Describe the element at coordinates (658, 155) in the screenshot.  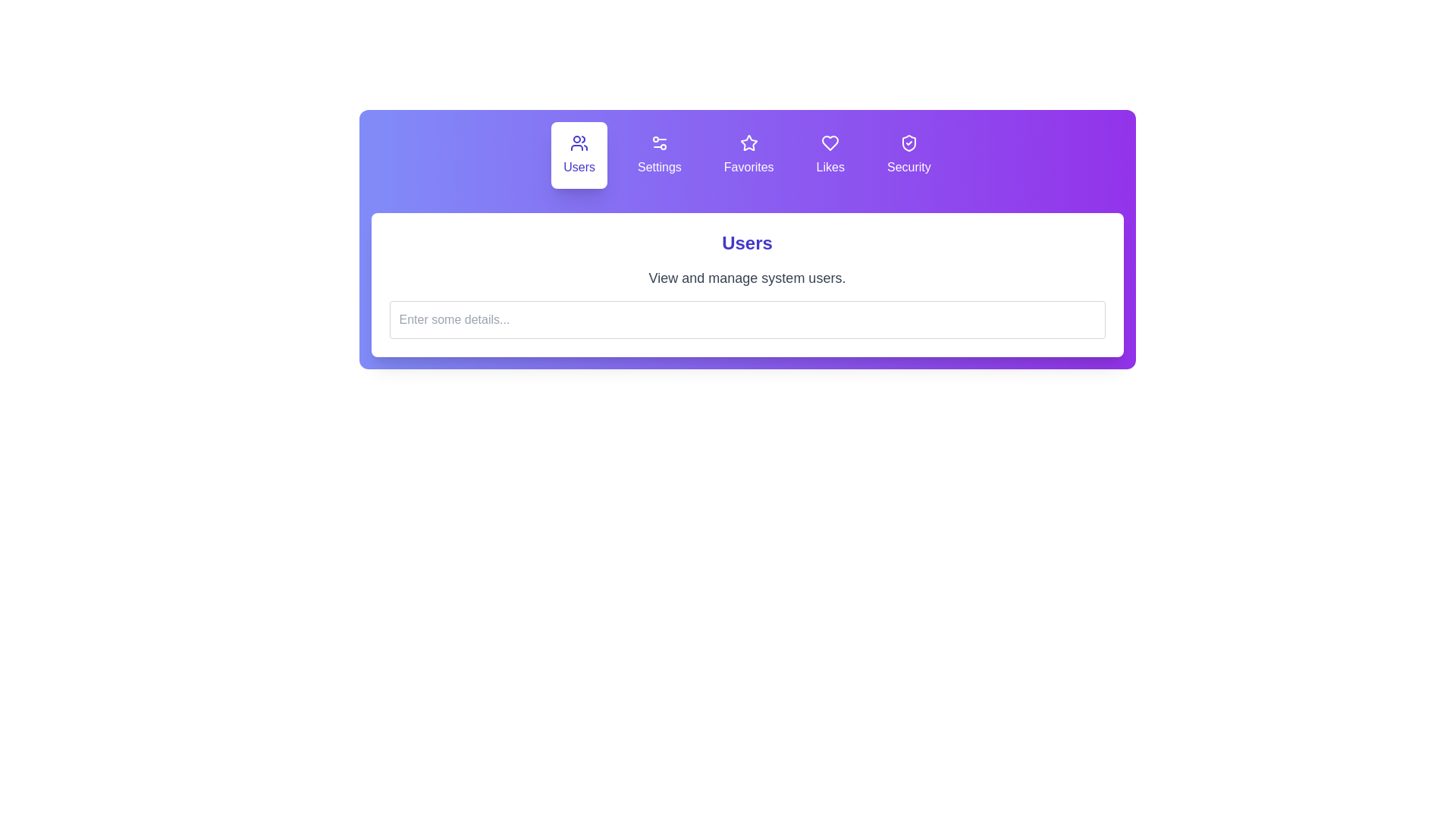
I see `the tab labeled Settings to view its description` at that location.